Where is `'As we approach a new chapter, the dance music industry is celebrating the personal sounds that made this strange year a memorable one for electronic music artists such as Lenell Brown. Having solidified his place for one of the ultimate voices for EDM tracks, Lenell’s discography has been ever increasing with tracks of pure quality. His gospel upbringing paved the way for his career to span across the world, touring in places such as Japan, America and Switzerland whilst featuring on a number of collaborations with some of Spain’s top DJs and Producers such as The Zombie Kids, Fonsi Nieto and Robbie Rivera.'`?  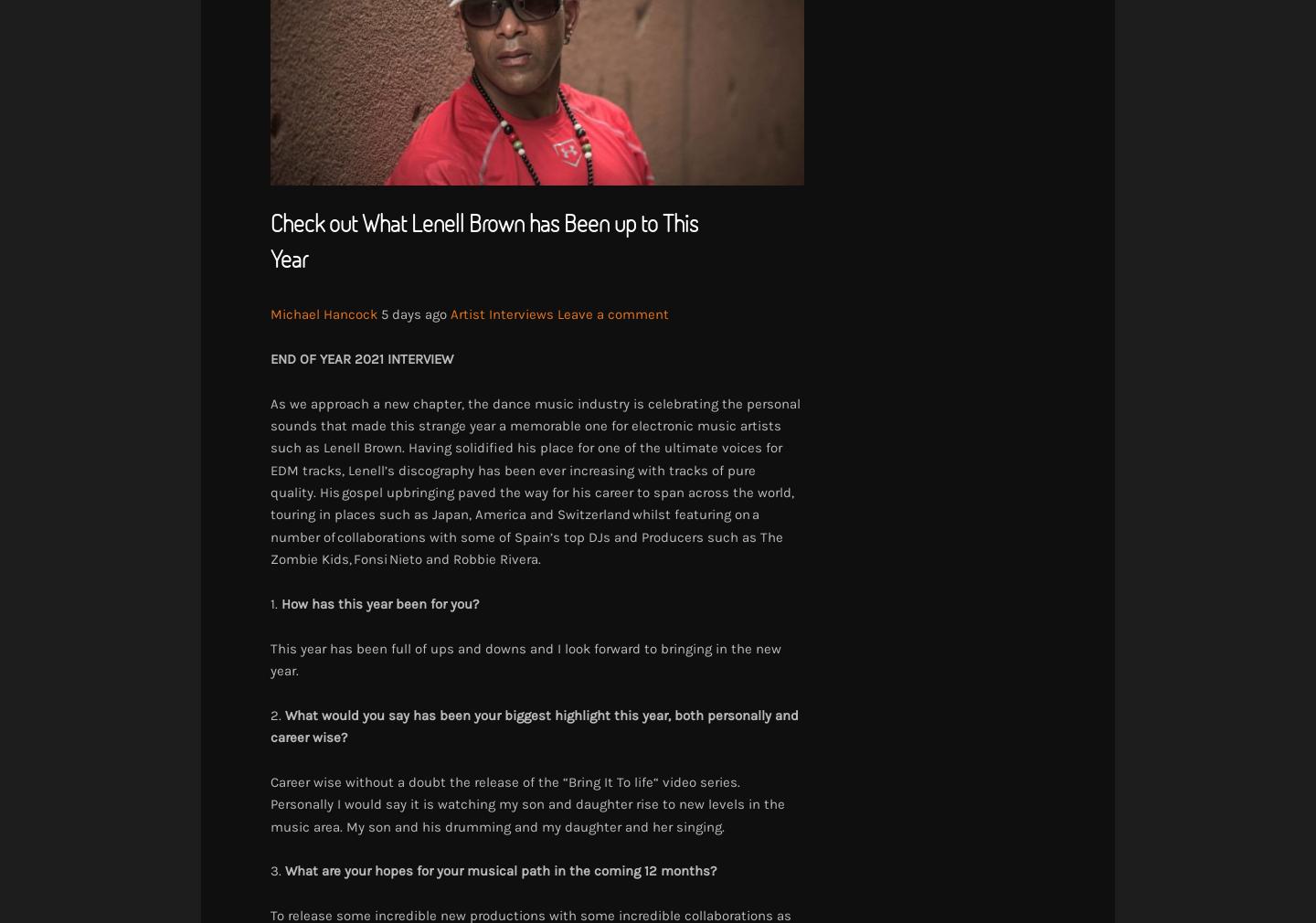
'As we approach a new chapter, the dance music industry is celebrating the personal sounds that made this strange year a memorable one for electronic music artists such as Lenell Brown. Having solidified his place for one of the ultimate voices for EDM tracks, Lenell’s discography has been ever increasing with tracks of pure quality. His gospel upbringing paved the way for his career to span across the world, touring in places such as Japan, America and Switzerland whilst featuring on a number of collaborations with some of Spain’s top DJs and Producers such as The Zombie Kids, Fonsi Nieto and Robbie Rivera.' is located at coordinates (535, 480).